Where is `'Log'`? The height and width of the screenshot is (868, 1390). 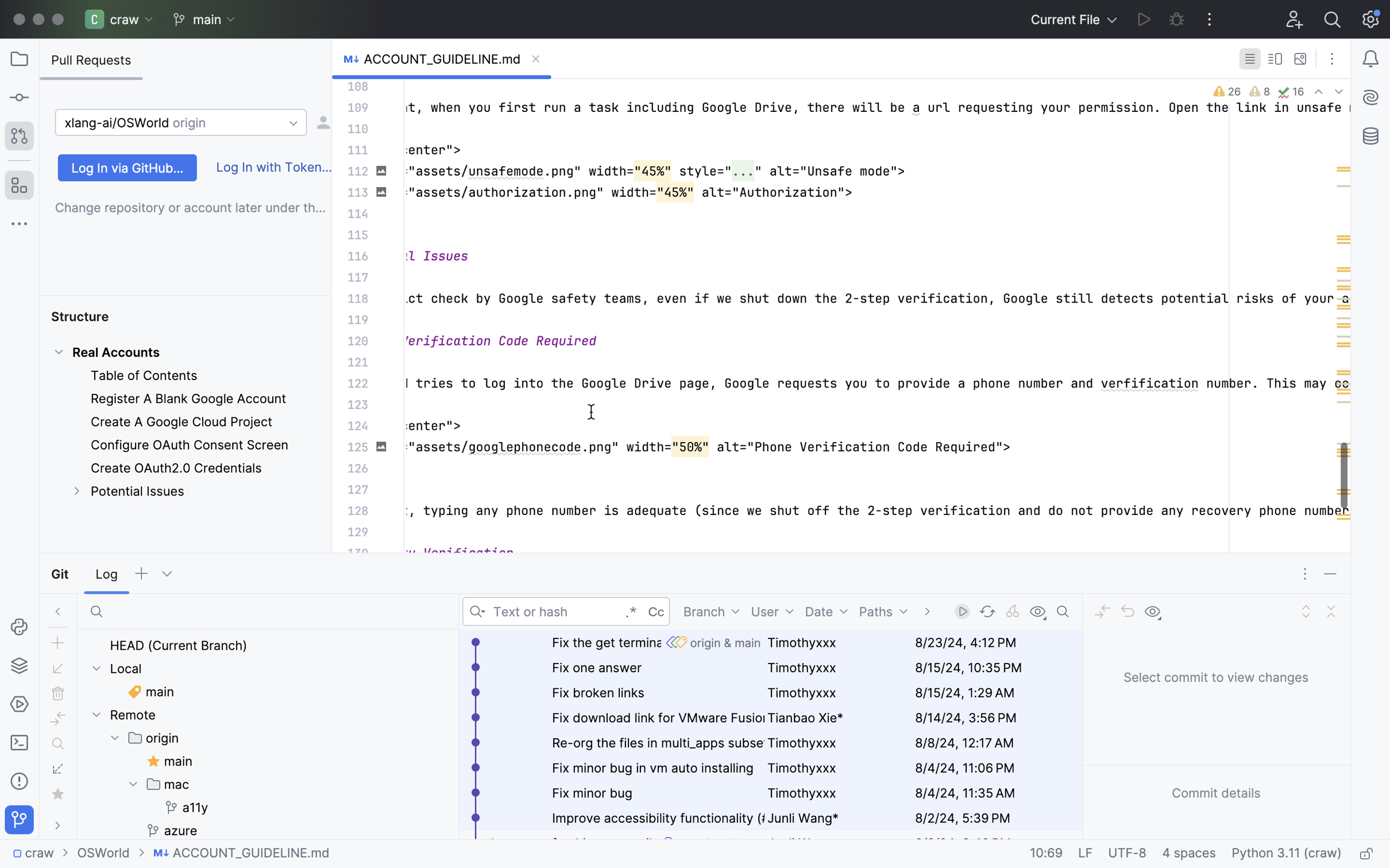 'Log' is located at coordinates (106, 573).